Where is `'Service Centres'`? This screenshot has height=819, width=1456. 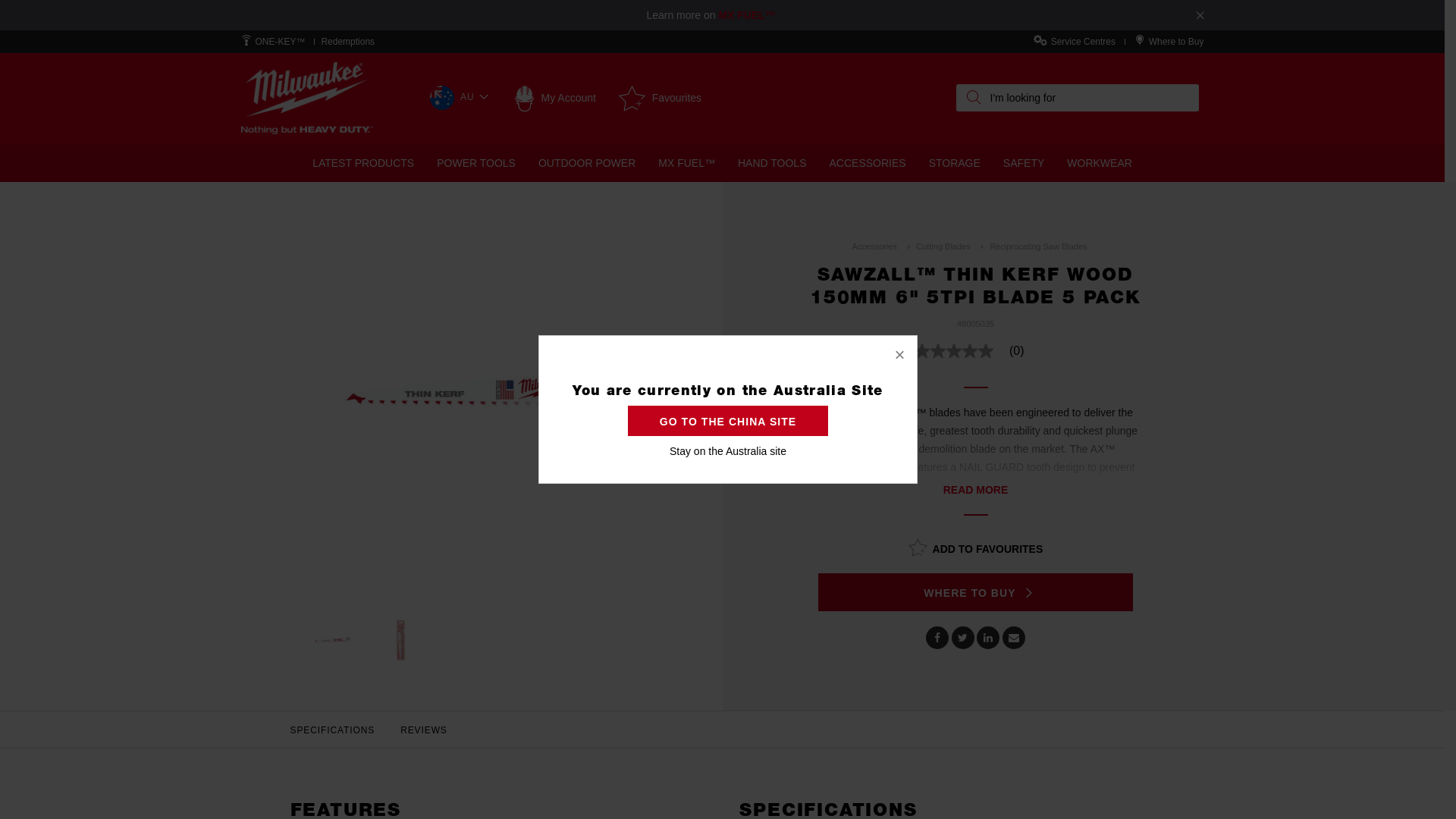 'Service Centres' is located at coordinates (1082, 40).